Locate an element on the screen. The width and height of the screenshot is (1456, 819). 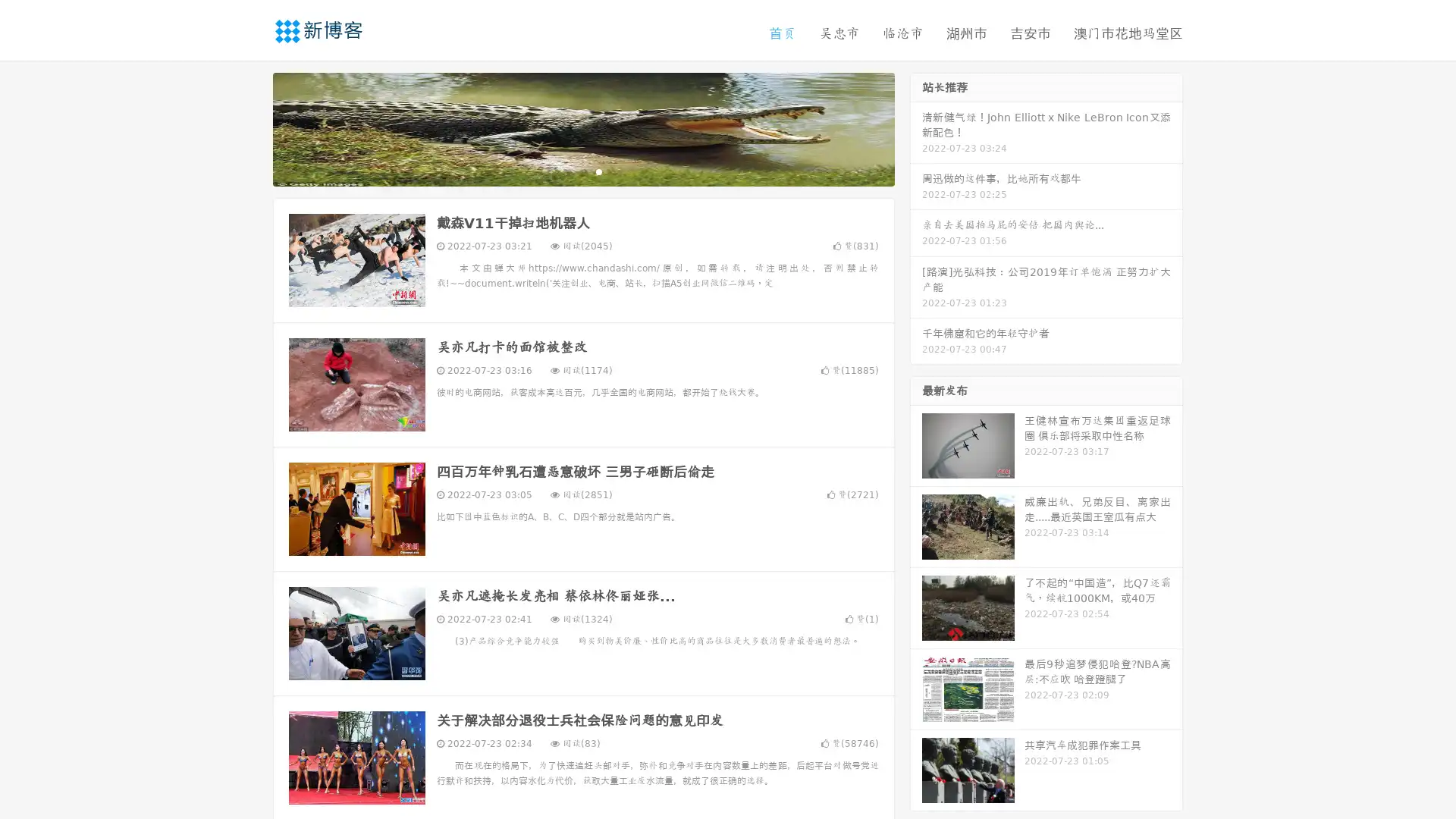
Next slide is located at coordinates (916, 127).